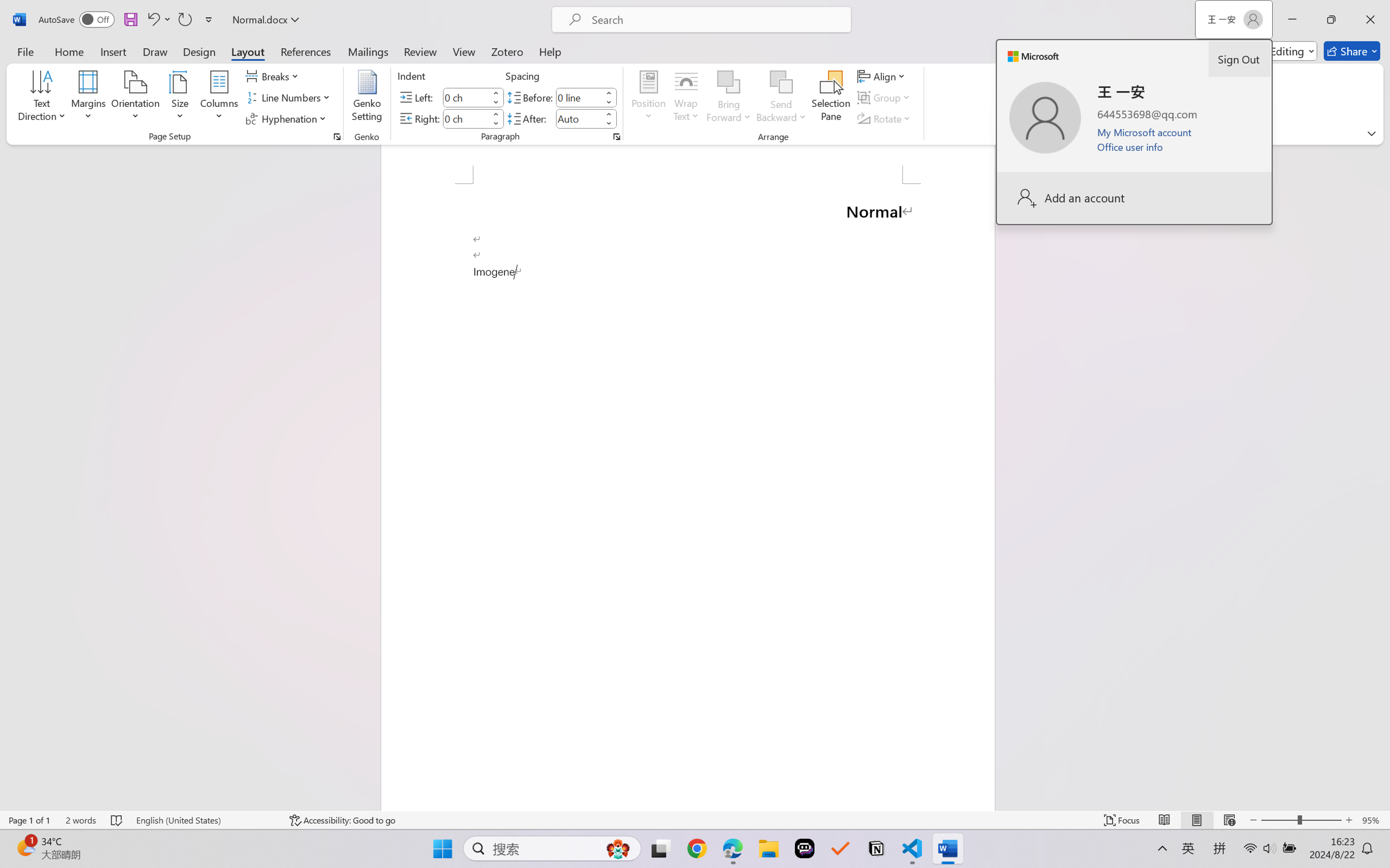  I want to click on 'Page Number Page 1 of 1', so click(30, 820).